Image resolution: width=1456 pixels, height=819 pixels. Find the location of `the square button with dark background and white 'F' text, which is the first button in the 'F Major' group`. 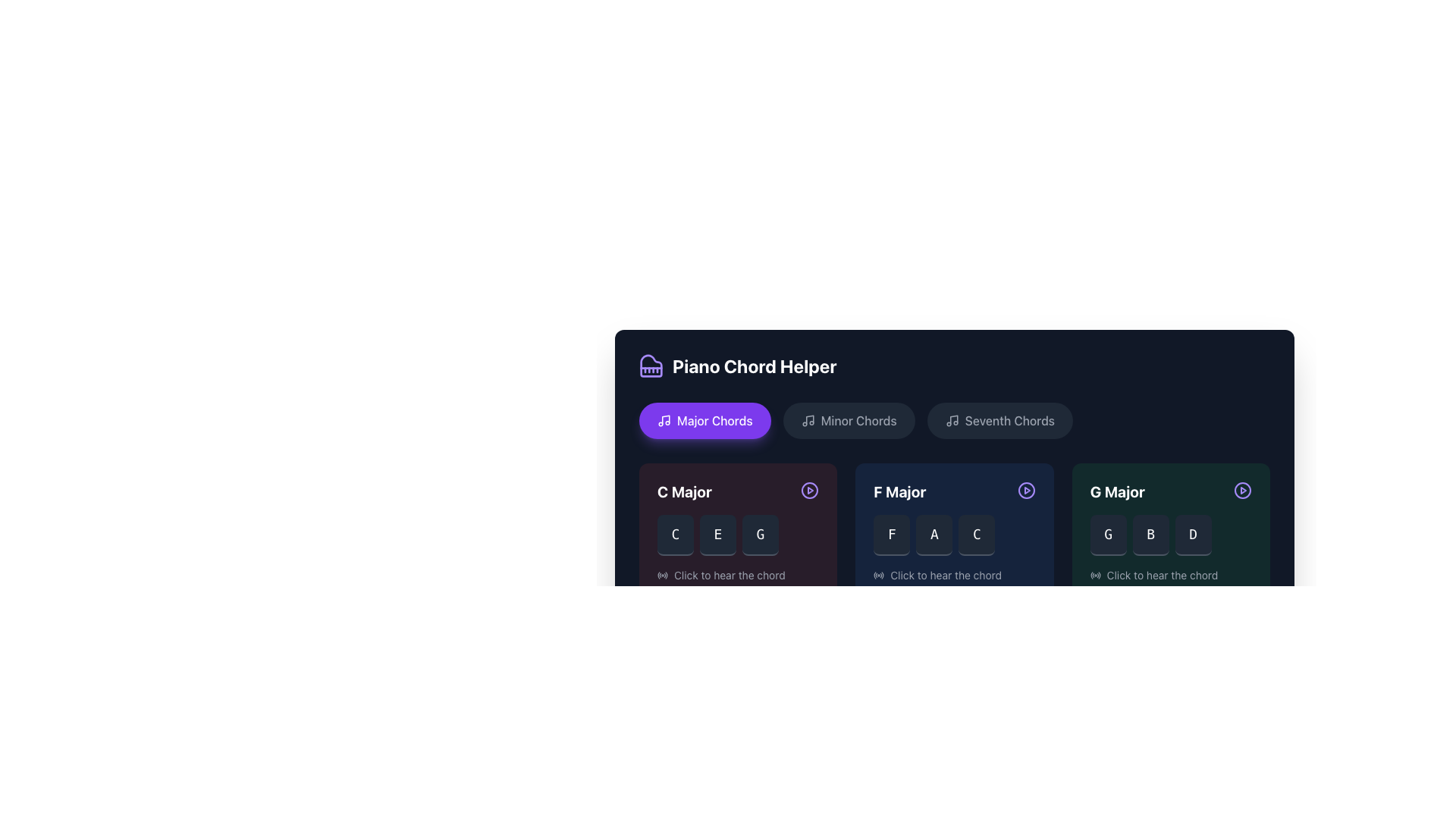

the square button with dark background and white 'F' text, which is the first button in the 'F Major' group is located at coordinates (892, 534).